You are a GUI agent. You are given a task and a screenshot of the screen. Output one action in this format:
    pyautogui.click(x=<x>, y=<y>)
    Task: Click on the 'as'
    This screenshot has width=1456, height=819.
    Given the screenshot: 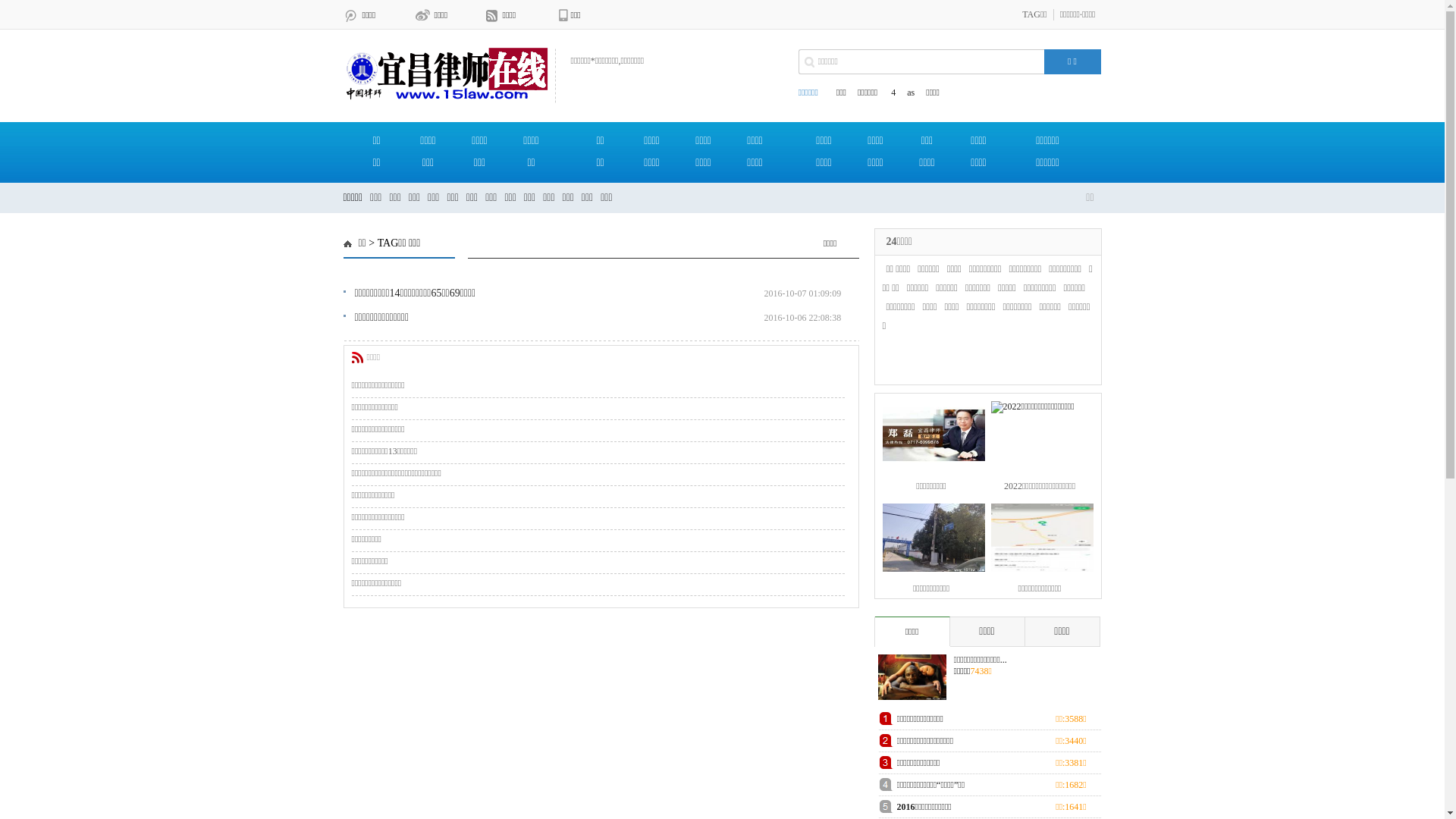 What is the action you would take?
    pyautogui.click(x=910, y=93)
    